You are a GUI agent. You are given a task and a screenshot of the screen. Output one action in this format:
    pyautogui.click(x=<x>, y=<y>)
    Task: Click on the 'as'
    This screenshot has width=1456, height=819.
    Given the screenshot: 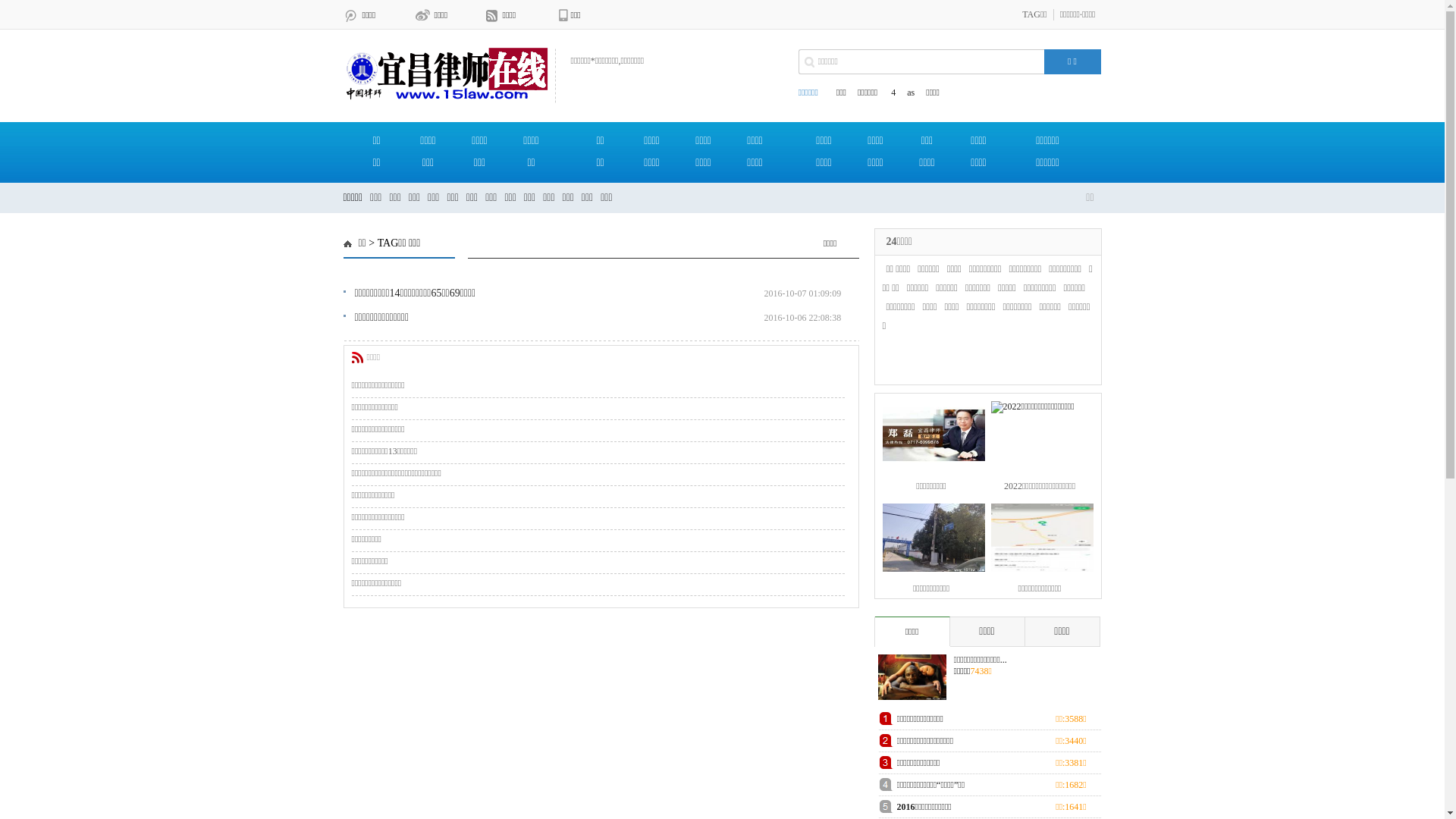 What is the action you would take?
    pyautogui.click(x=910, y=93)
    